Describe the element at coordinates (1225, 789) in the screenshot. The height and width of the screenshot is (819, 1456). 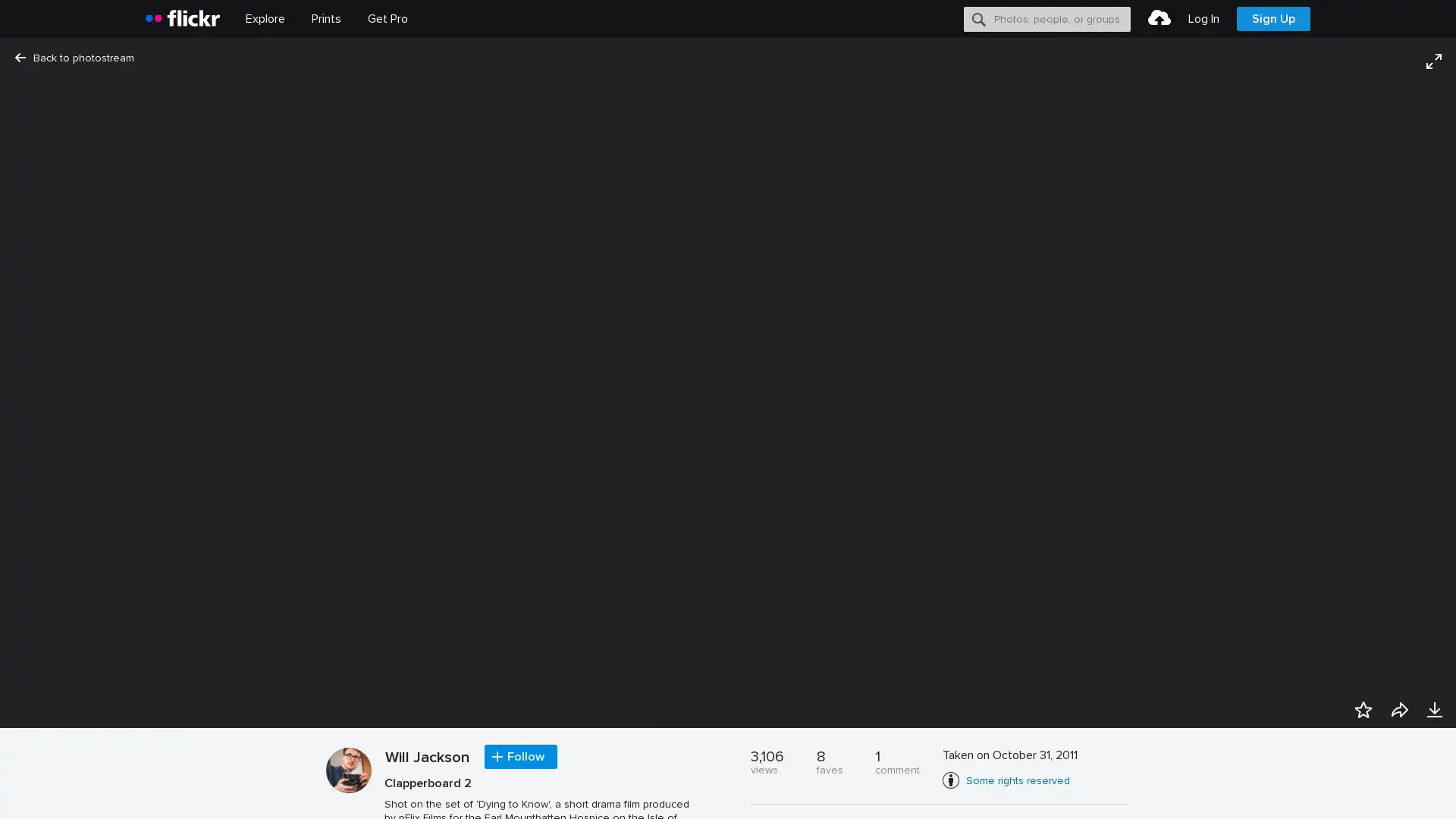
I see `Opt-out` at that location.